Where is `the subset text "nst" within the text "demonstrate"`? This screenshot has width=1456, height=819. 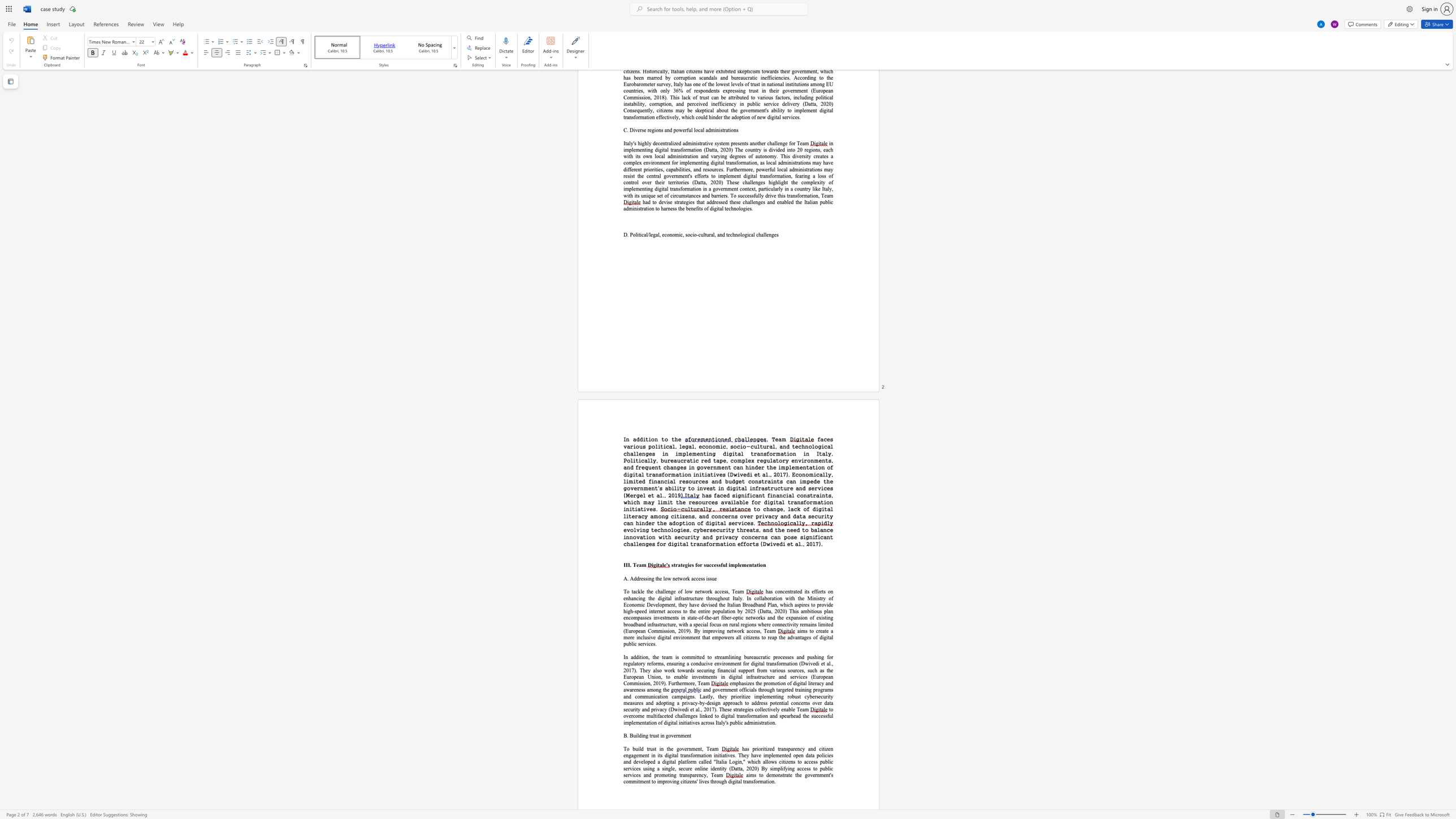
the subset text "nst" within the text "demonstrate" is located at coordinates (778, 774).